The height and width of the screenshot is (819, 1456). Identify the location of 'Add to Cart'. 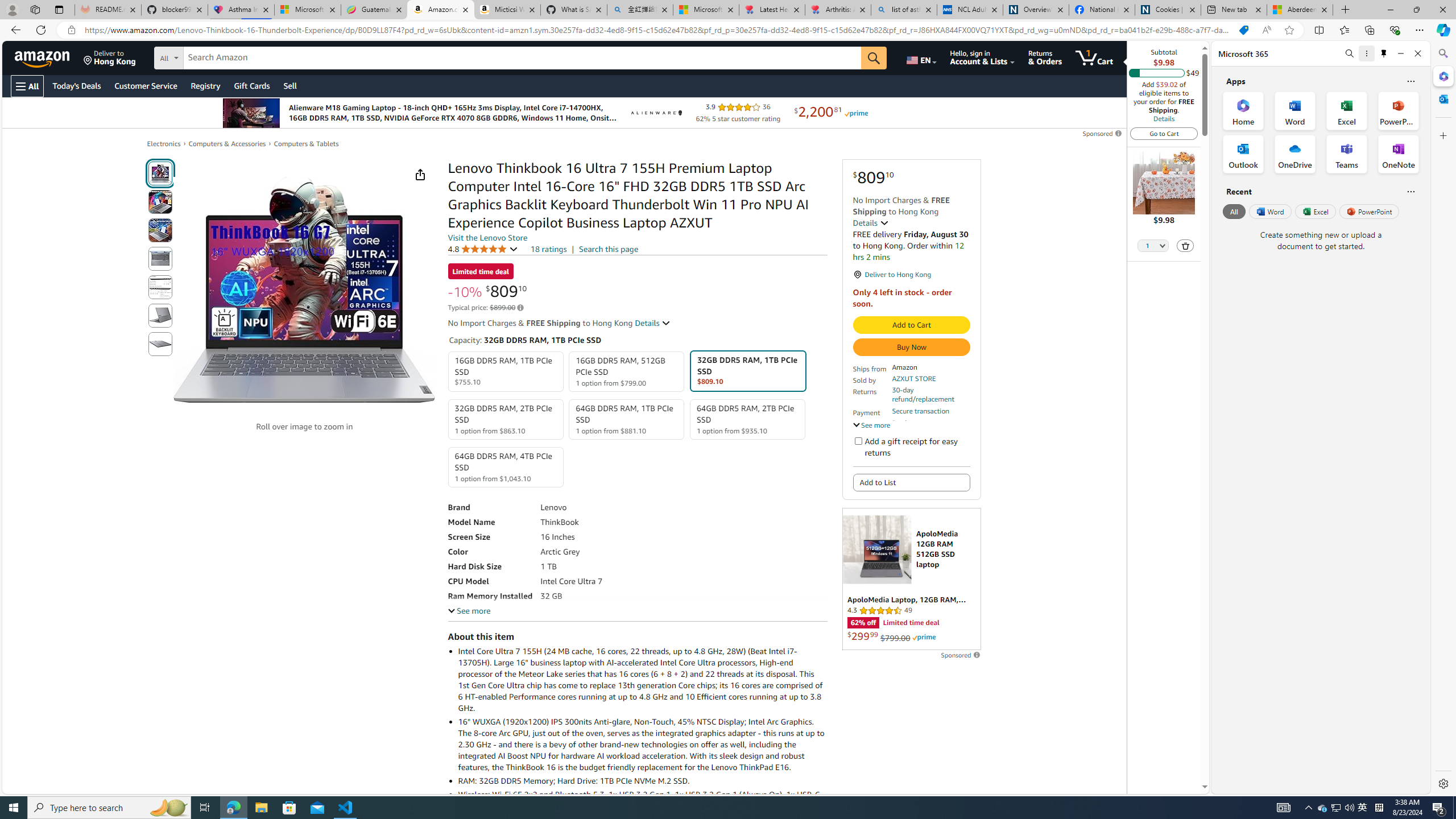
(911, 324).